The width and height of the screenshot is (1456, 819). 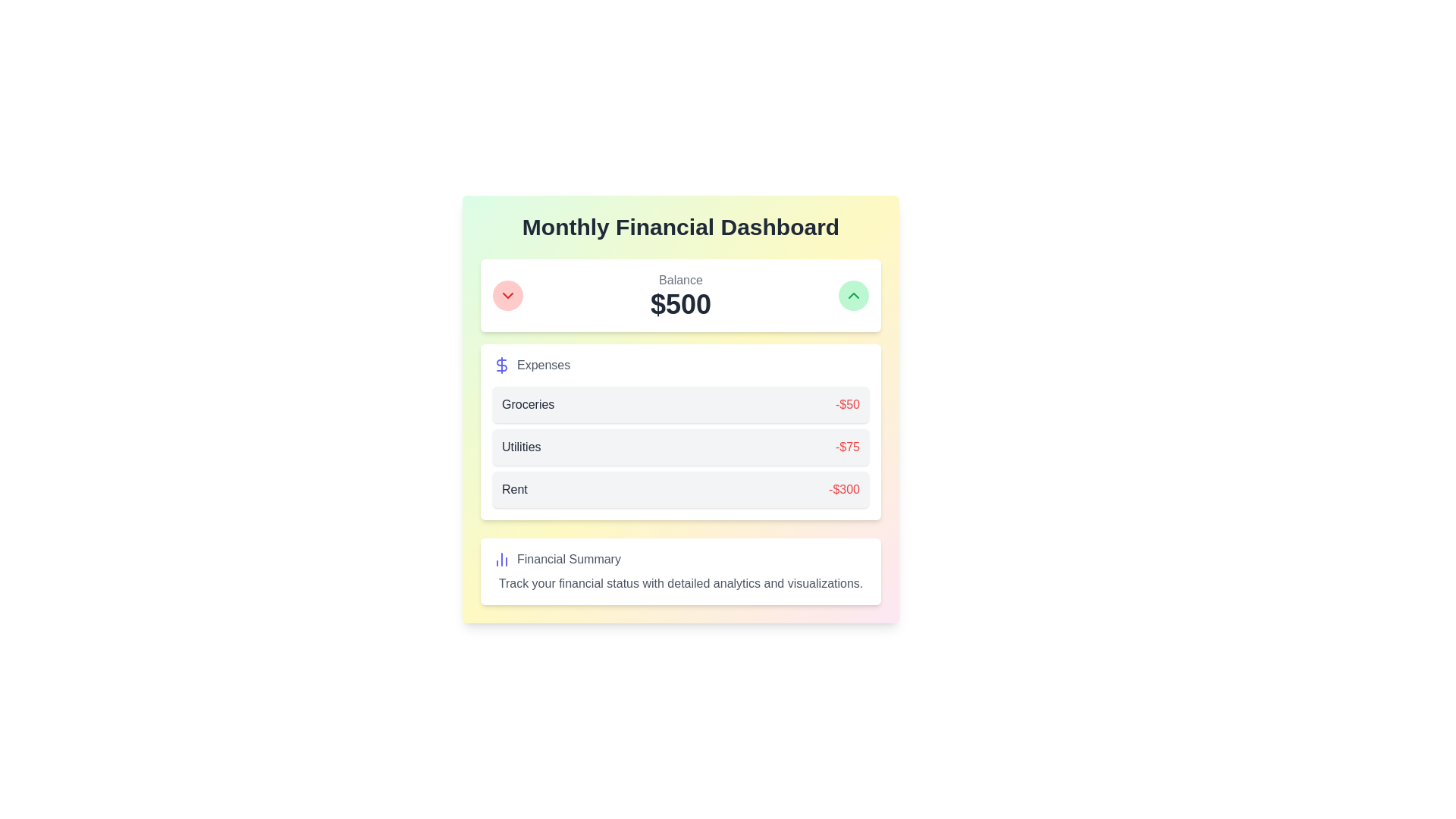 What do you see at coordinates (679, 304) in the screenshot?
I see `the text display showing '$500', which is styled in bold and large font, located directly below the 'Balance' label` at bounding box center [679, 304].